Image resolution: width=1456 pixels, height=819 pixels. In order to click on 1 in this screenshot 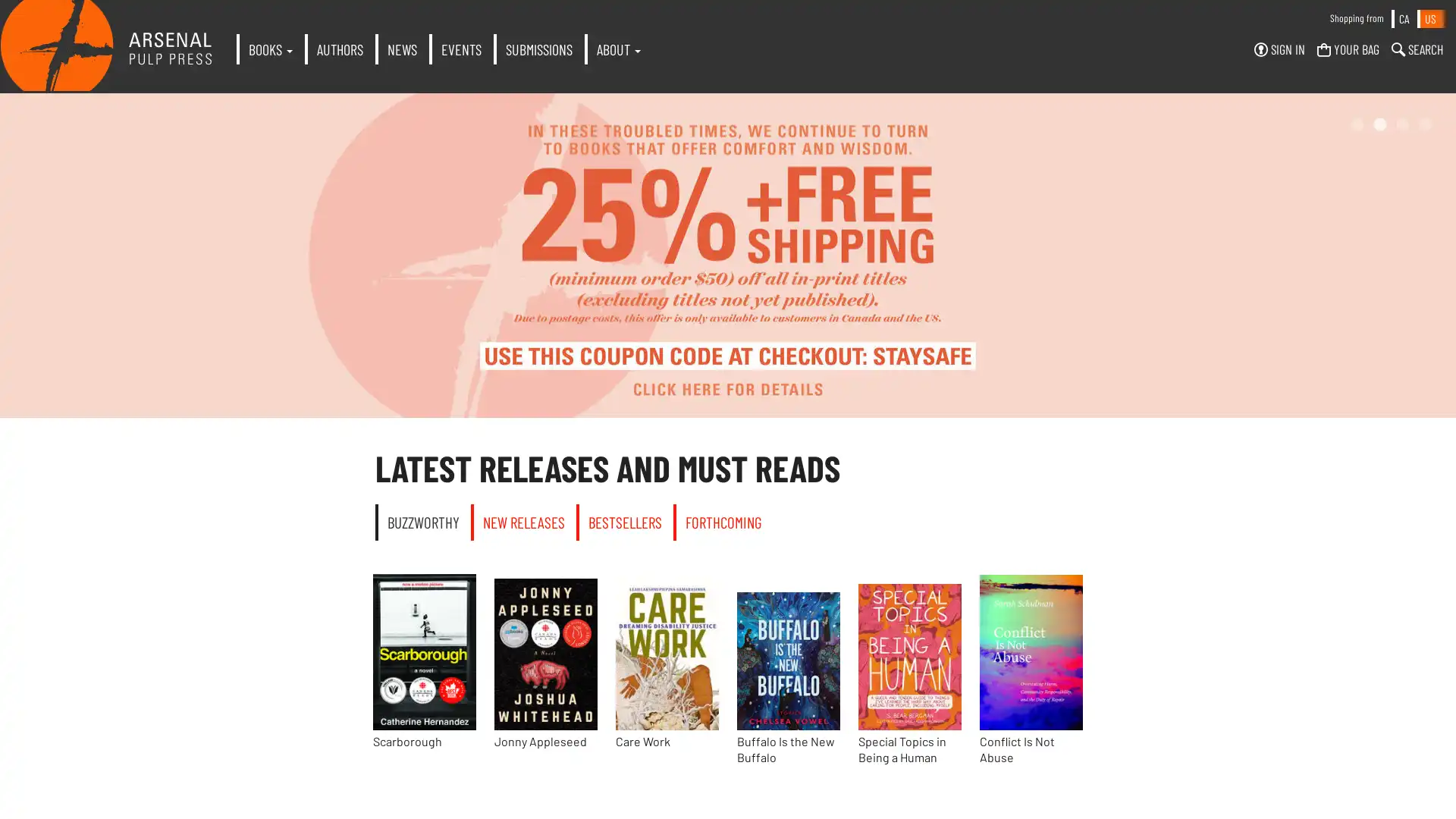, I will do `click(1357, 124)`.